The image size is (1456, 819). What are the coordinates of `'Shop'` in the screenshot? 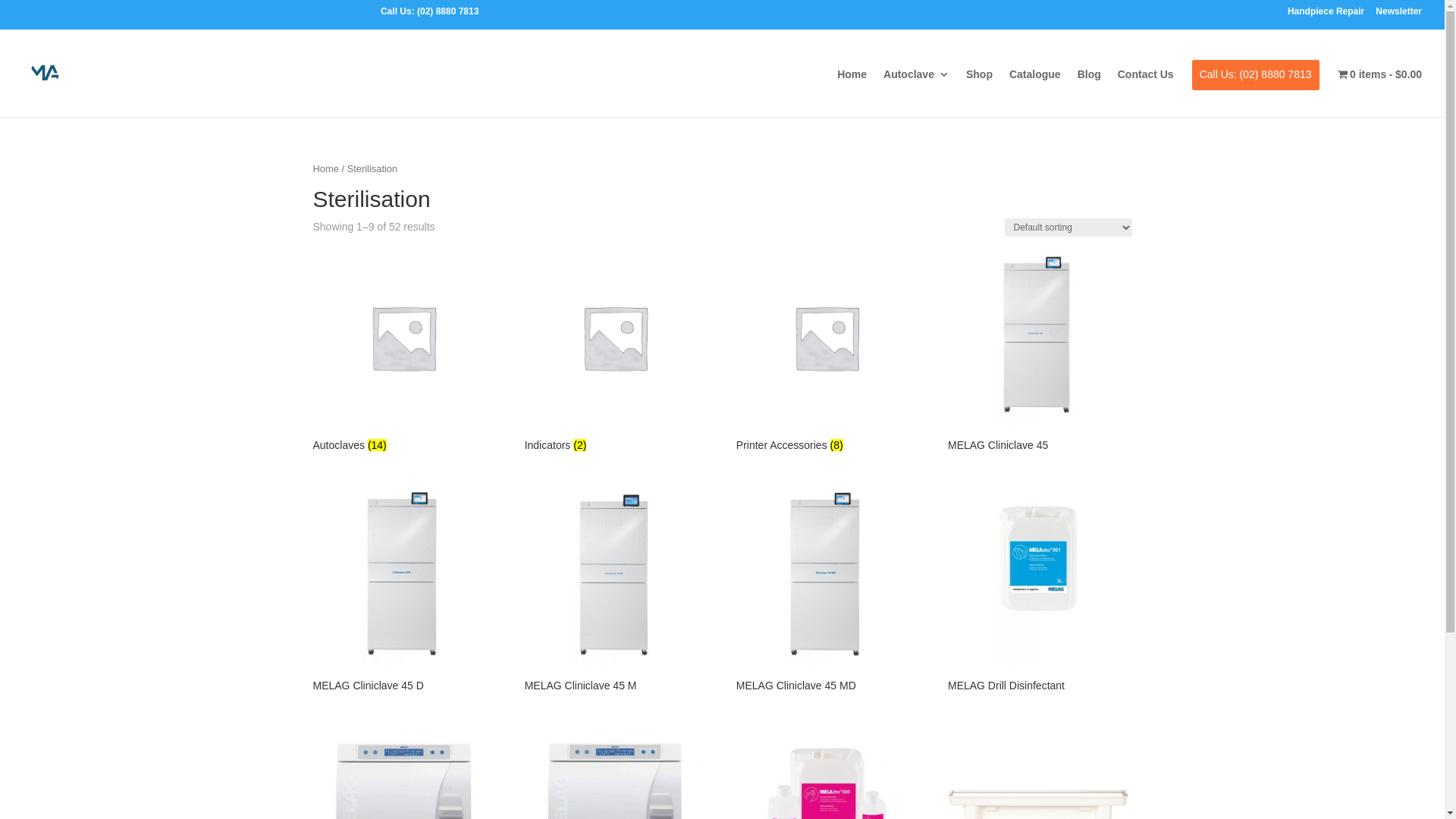 It's located at (979, 86).